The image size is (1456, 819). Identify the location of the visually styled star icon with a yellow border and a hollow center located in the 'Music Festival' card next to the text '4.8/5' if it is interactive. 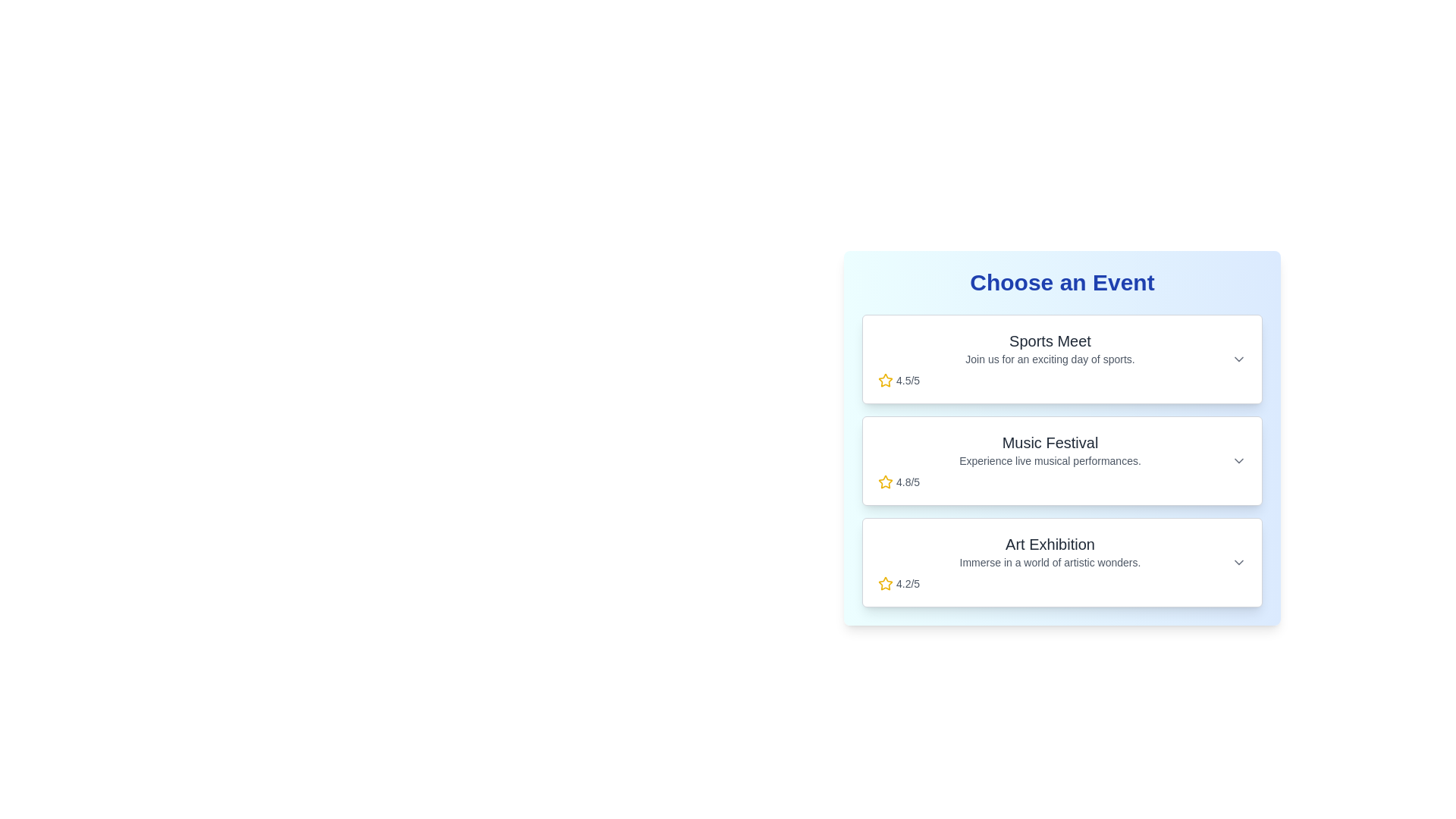
(885, 482).